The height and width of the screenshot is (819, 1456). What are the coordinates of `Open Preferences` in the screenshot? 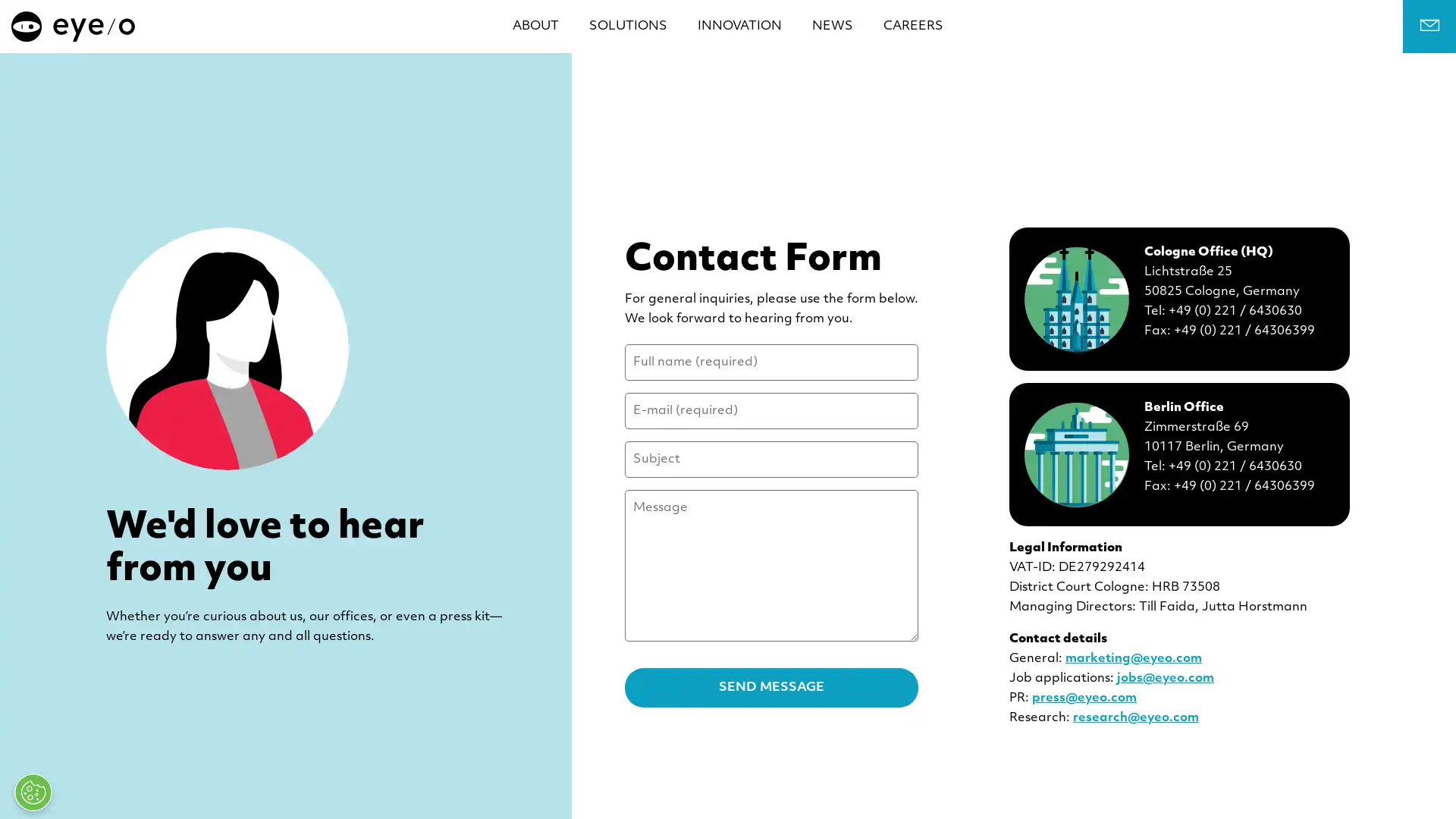 It's located at (33, 792).